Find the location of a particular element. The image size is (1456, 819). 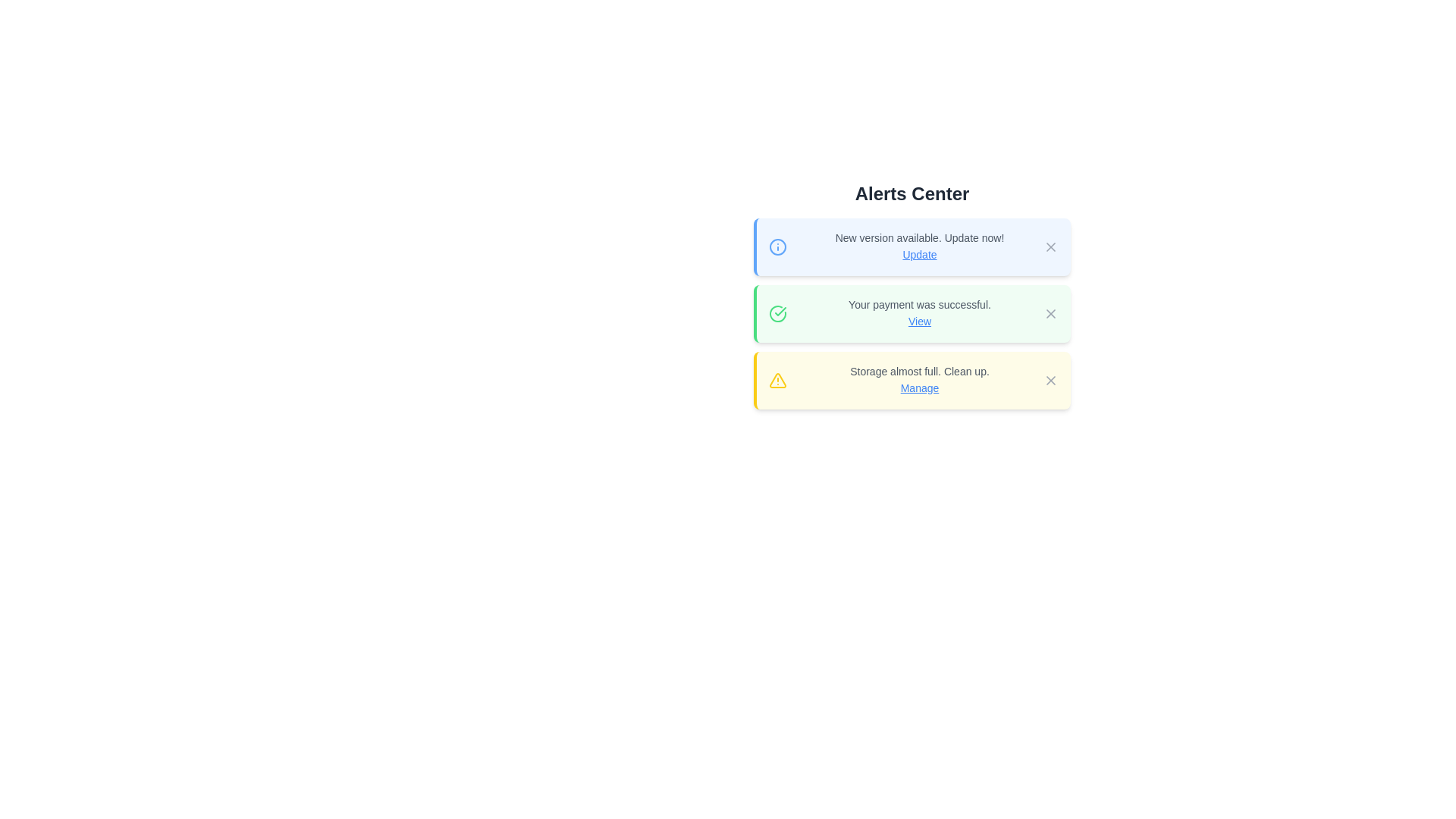

the warning symbol icon located to the left of the notification text in the 'Storage almost full. Clean up.' alert is located at coordinates (778, 379).